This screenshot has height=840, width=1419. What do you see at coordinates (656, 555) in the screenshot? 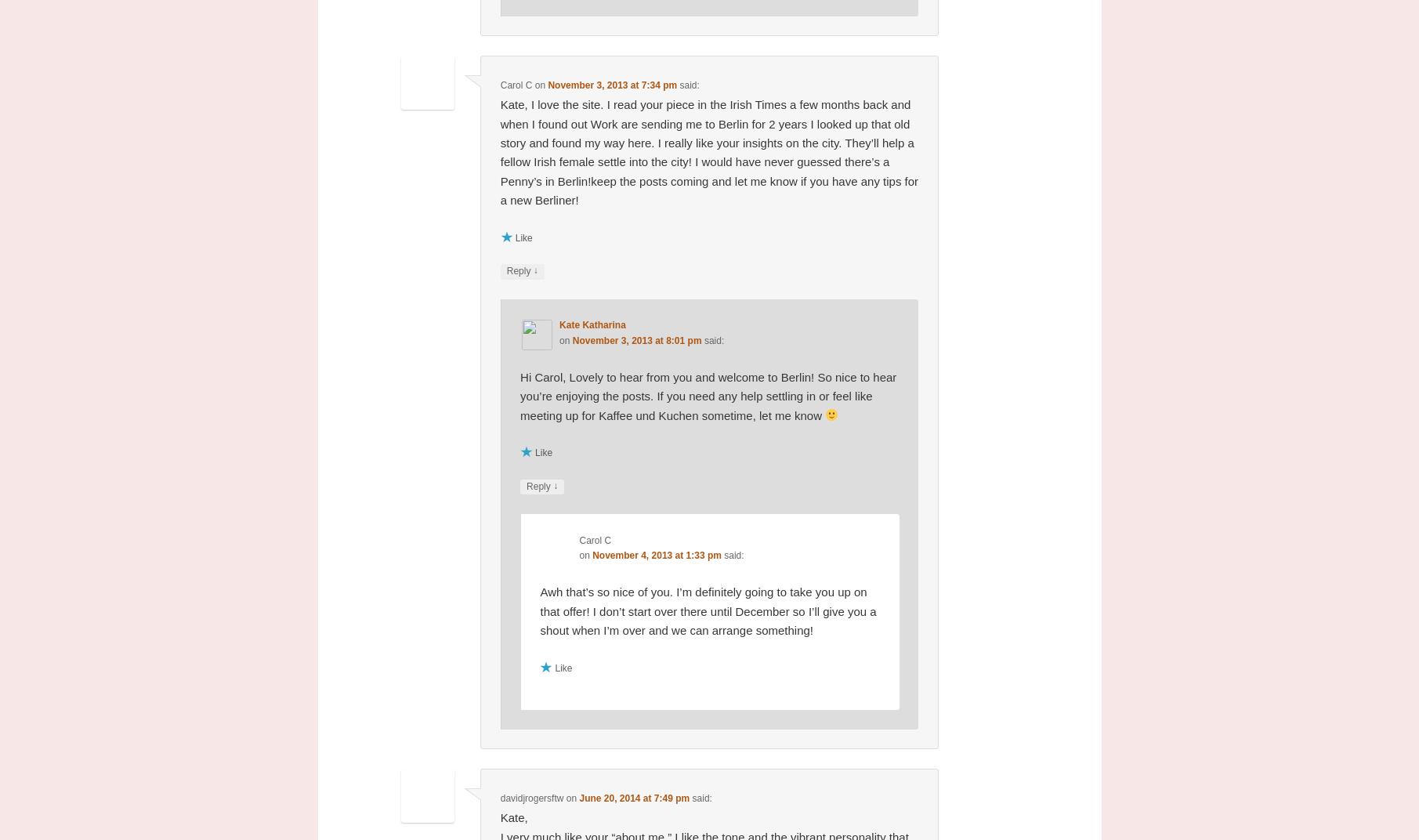
I see `'November 4, 2013 at 1:33 pm'` at bounding box center [656, 555].